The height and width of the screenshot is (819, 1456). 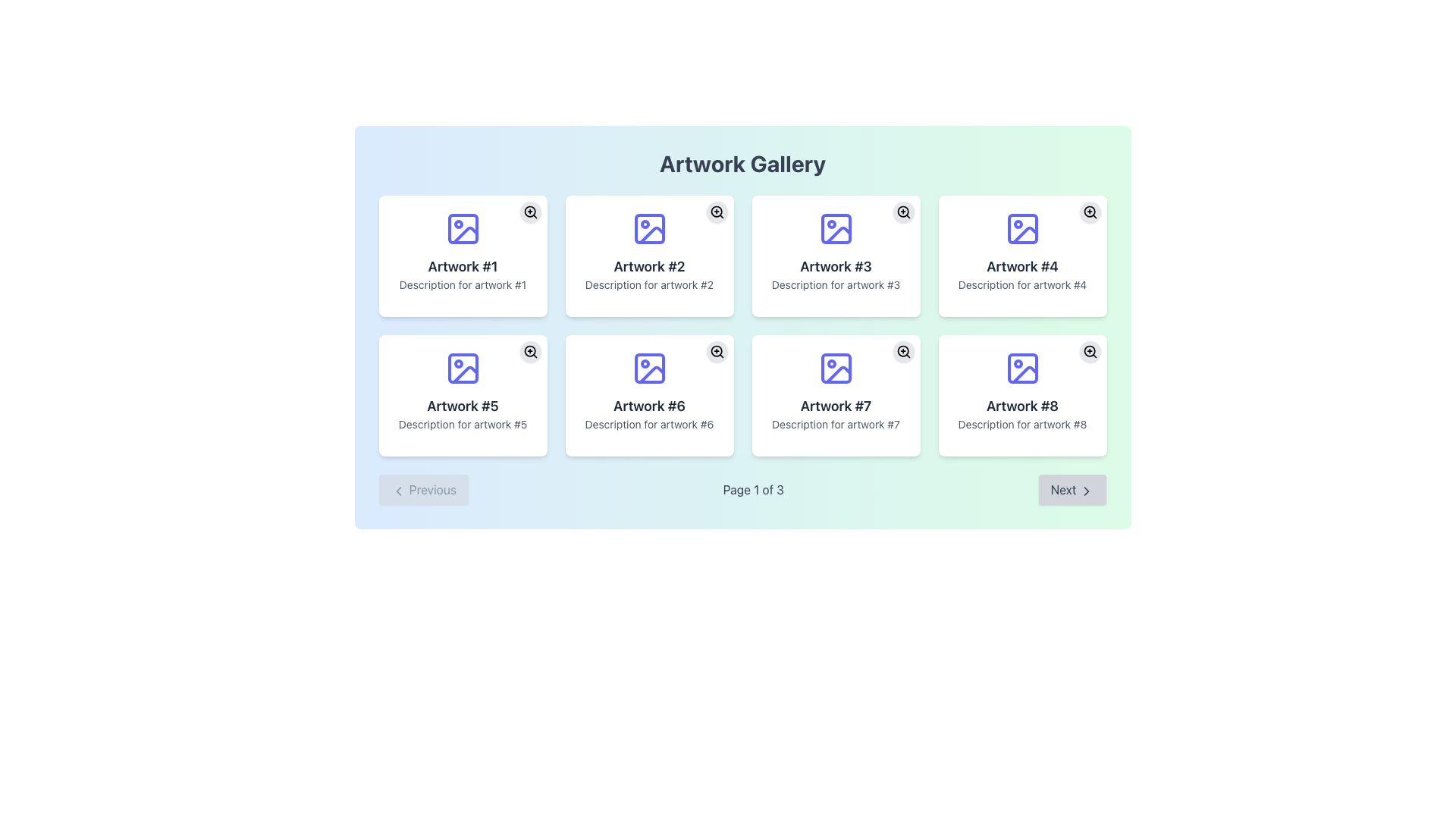 What do you see at coordinates (530, 351) in the screenshot?
I see `the zoom icon located at the top-right corner of the 'Artwork #5' card` at bounding box center [530, 351].